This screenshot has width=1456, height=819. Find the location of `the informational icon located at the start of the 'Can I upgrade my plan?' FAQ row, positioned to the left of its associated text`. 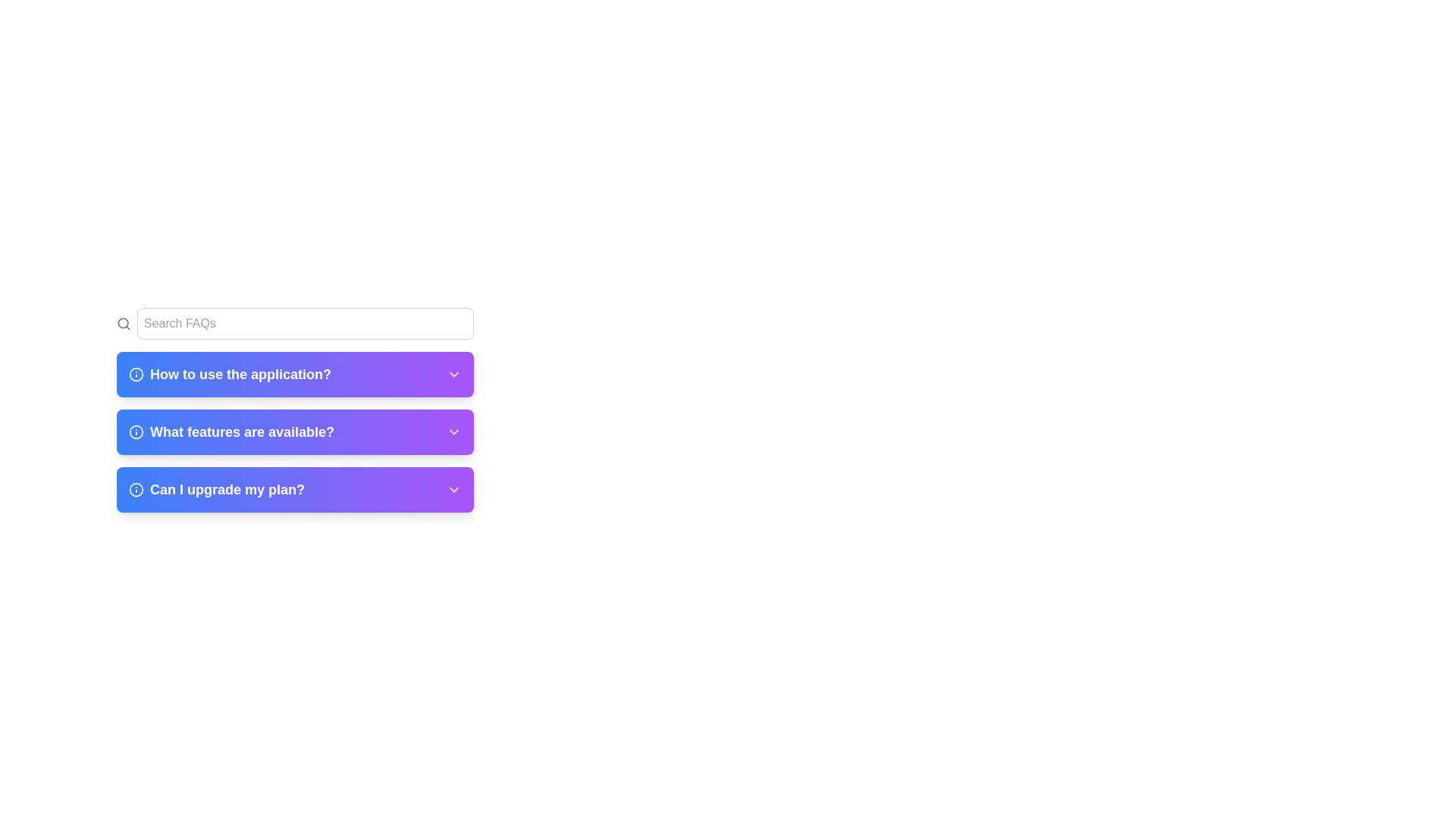

the informational icon located at the start of the 'Can I upgrade my plan?' FAQ row, positioned to the left of its associated text is located at coordinates (136, 489).